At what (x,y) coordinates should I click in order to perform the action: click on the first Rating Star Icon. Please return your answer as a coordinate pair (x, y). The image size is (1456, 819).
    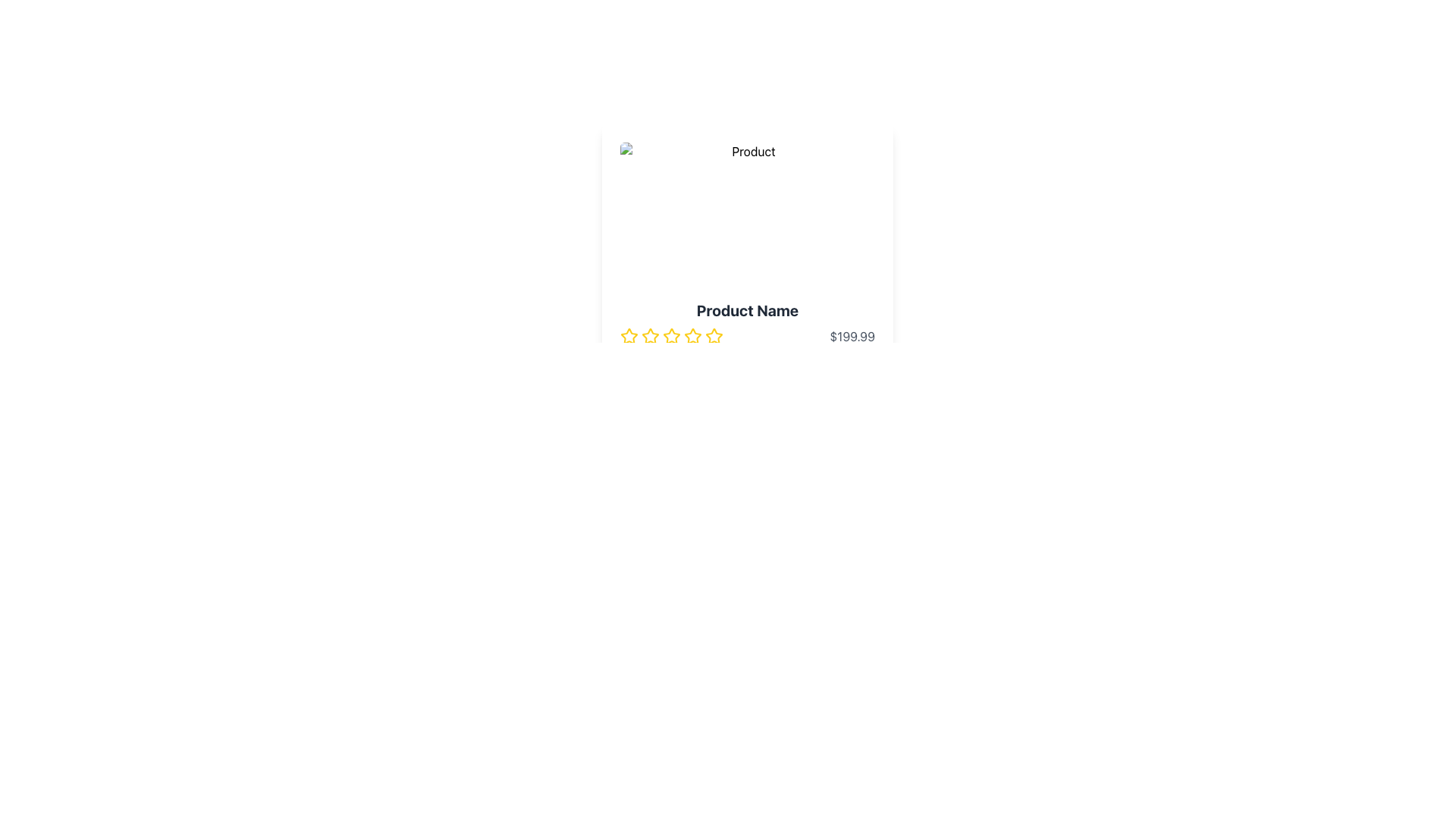
    Looking at the image, I should click on (629, 335).